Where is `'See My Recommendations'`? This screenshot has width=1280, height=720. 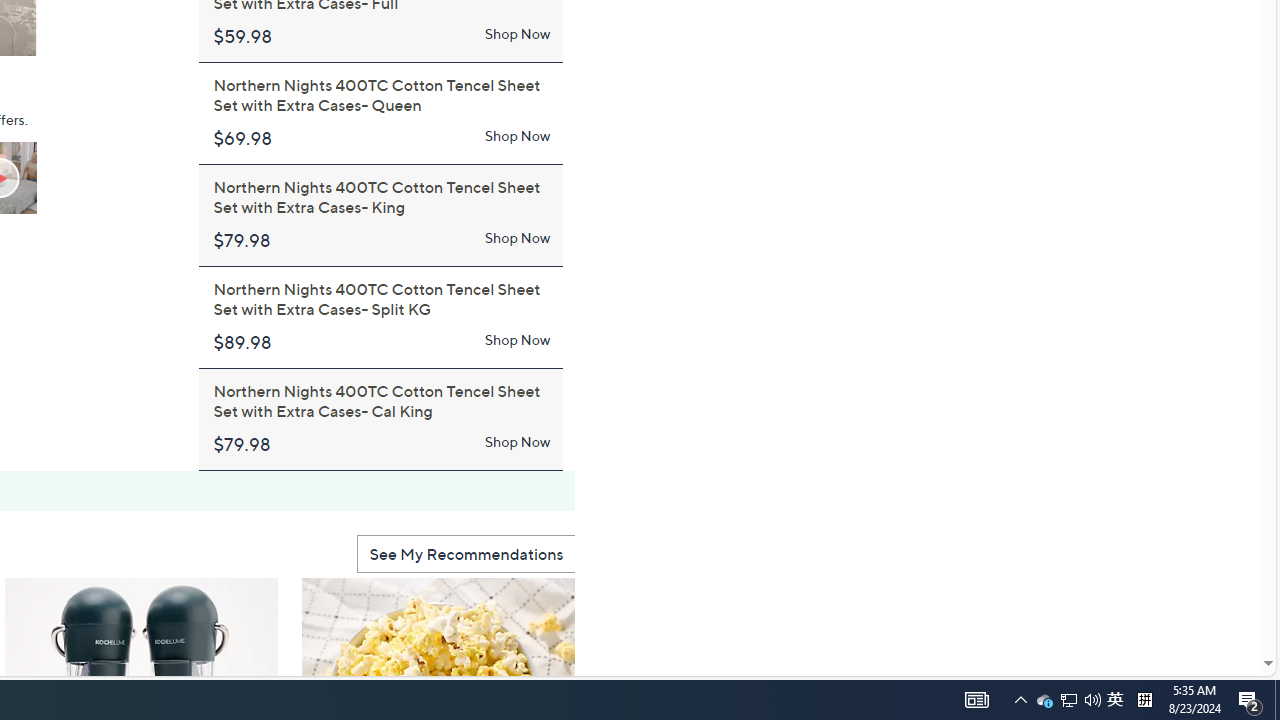
'See My Recommendations' is located at coordinates (465, 553).